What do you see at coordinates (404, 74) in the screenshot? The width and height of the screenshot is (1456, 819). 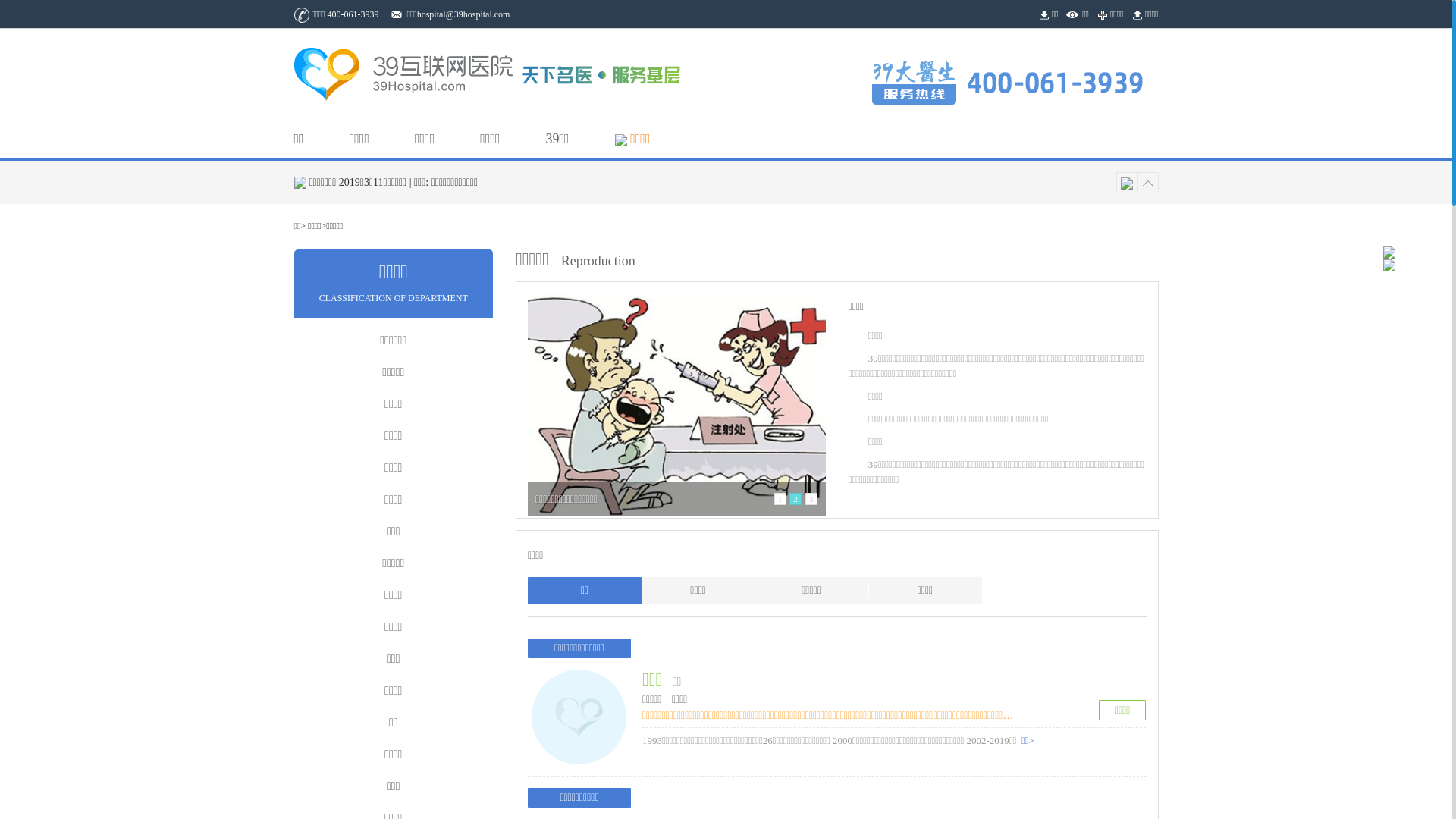 I see `'39 hospital.com'` at bounding box center [404, 74].